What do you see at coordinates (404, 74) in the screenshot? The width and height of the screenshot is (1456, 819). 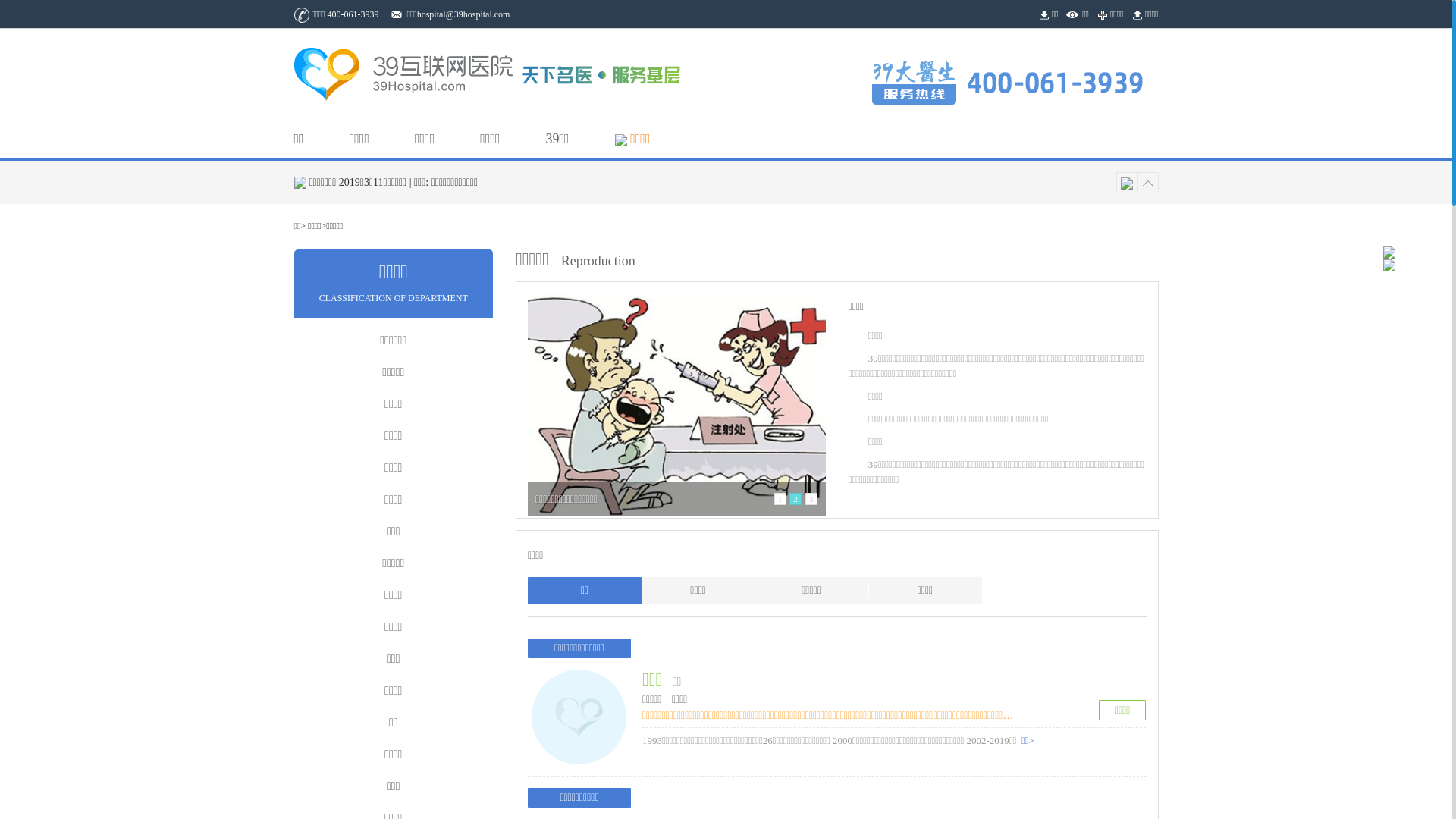 I see `'39 hospital.com'` at bounding box center [404, 74].